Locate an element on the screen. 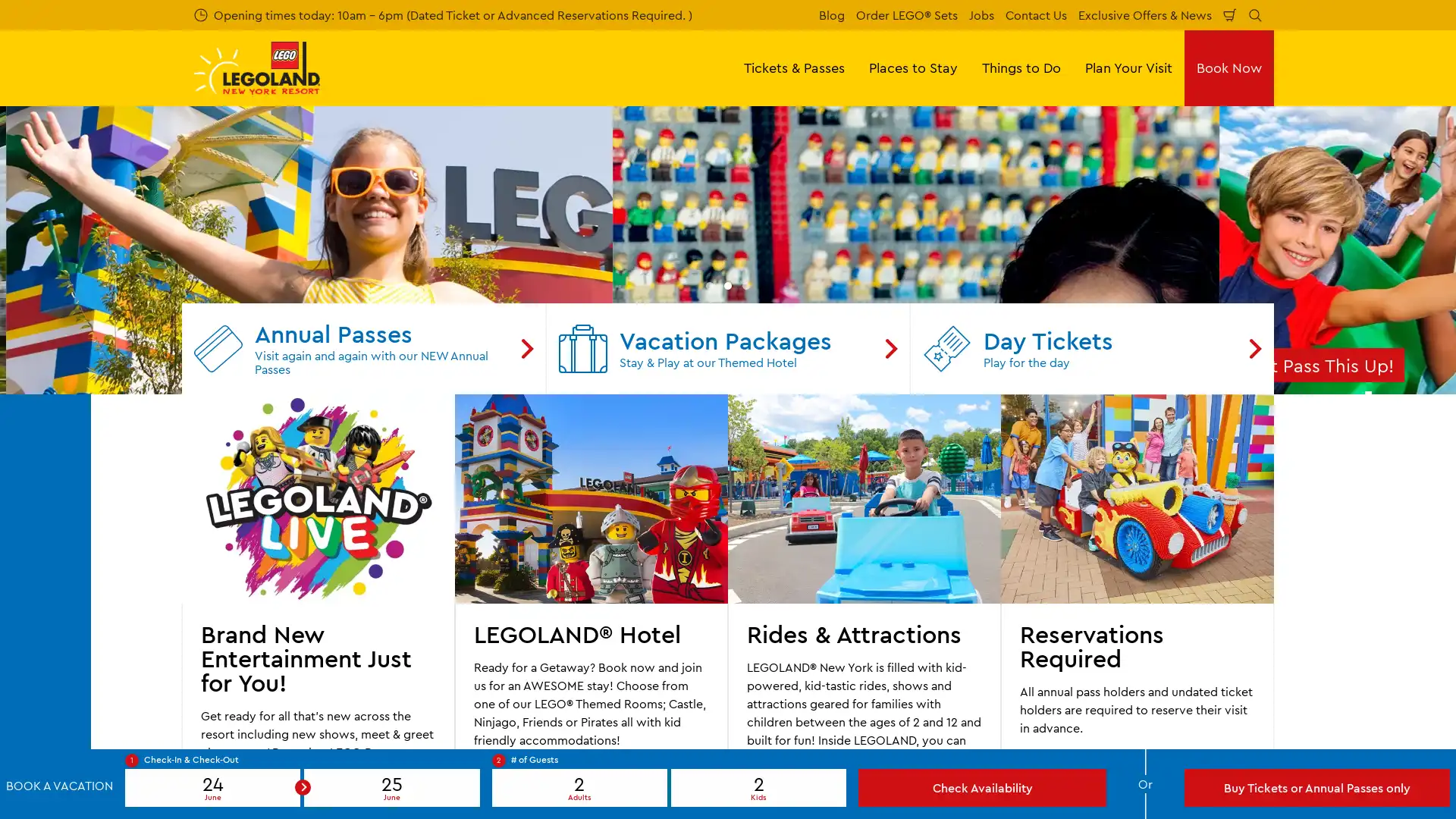  Plan Your Visit is located at coordinates (1128, 67).